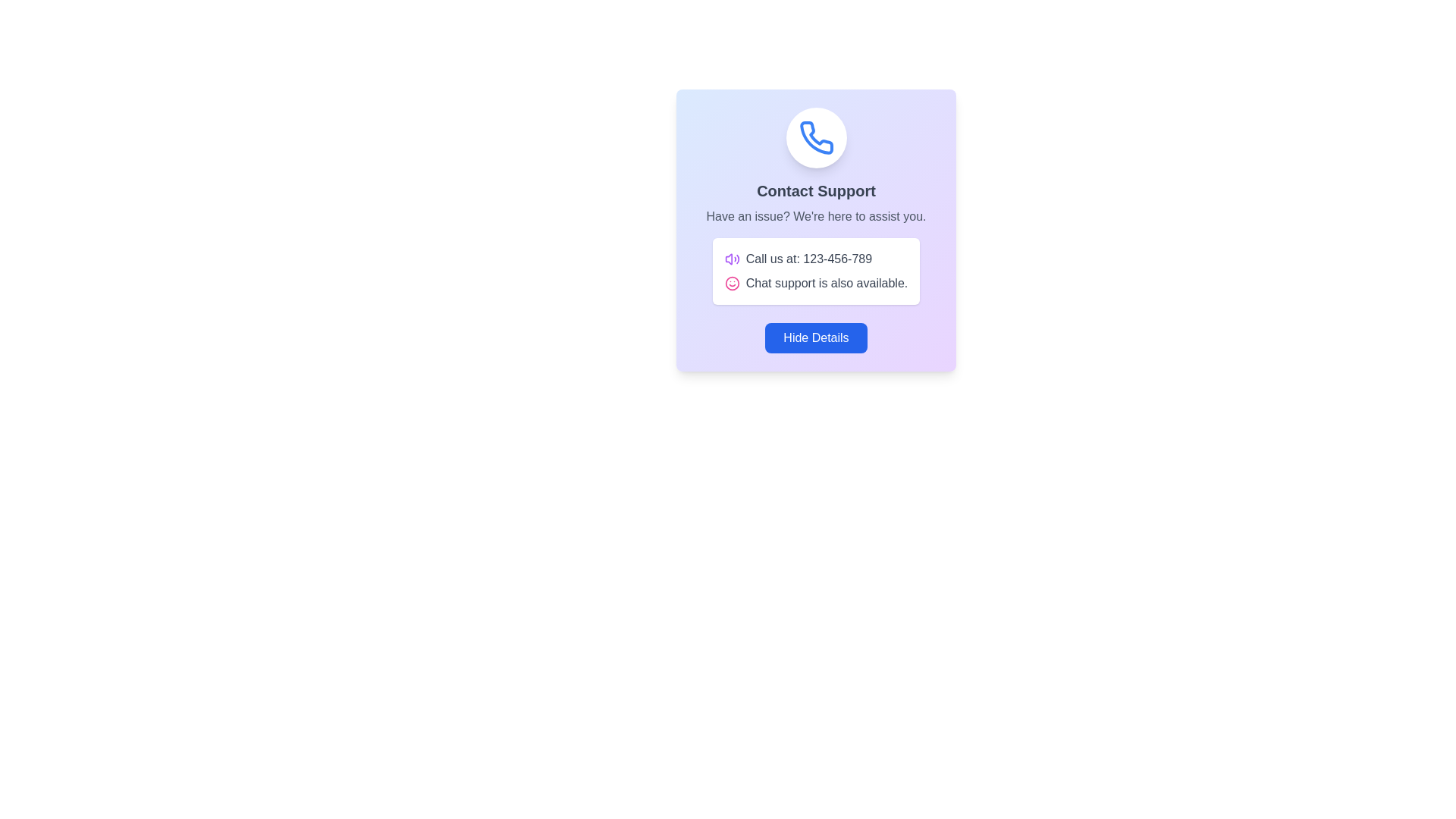  I want to click on the text label that states "Have an issue? We're here to assist you." which is styled in gray and located within the support information card, positioned below the title "Contact Support", so click(815, 216).